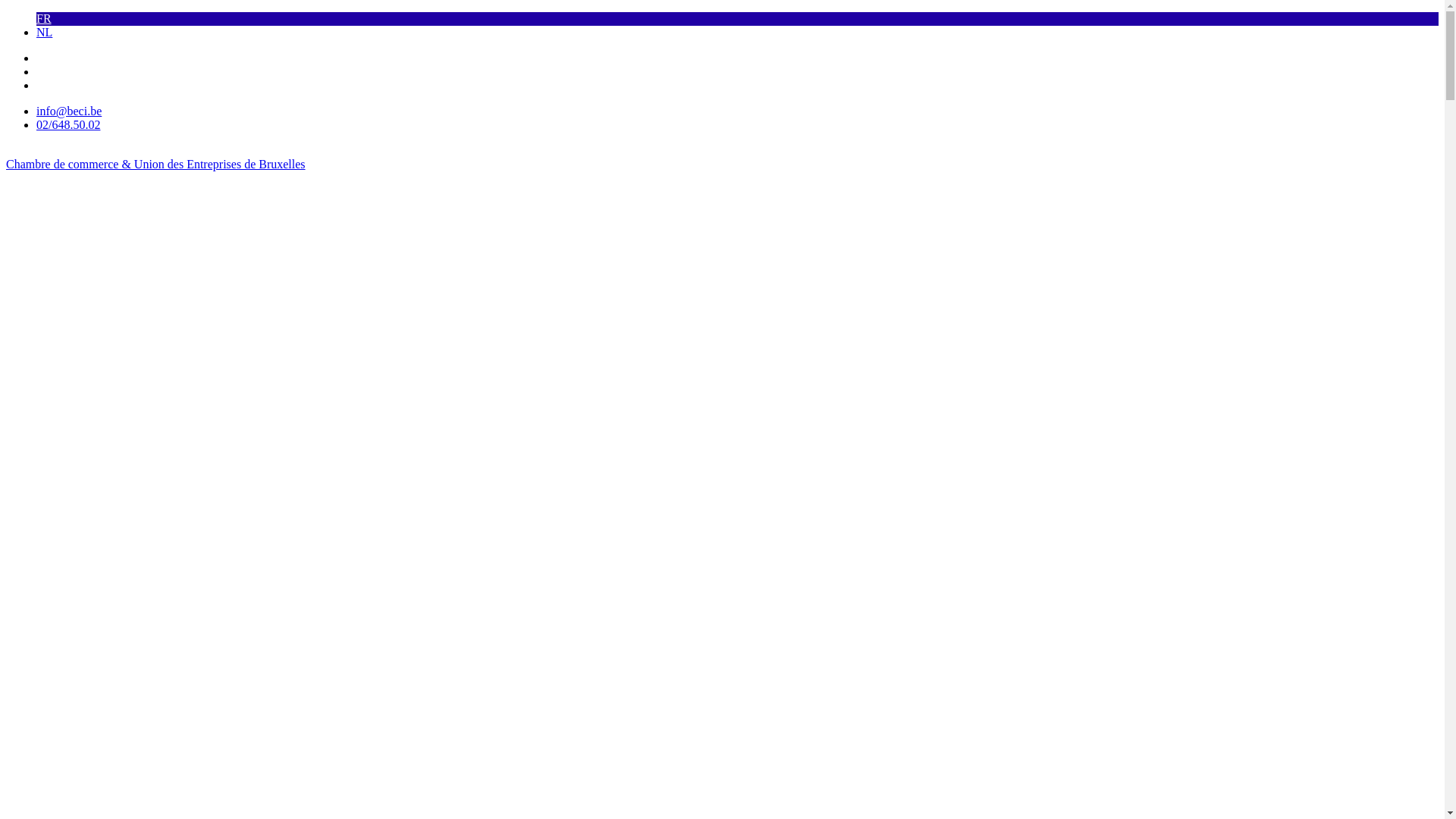 The height and width of the screenshot is (819, 1456). I want to click on 'FR', so click(36, 18).